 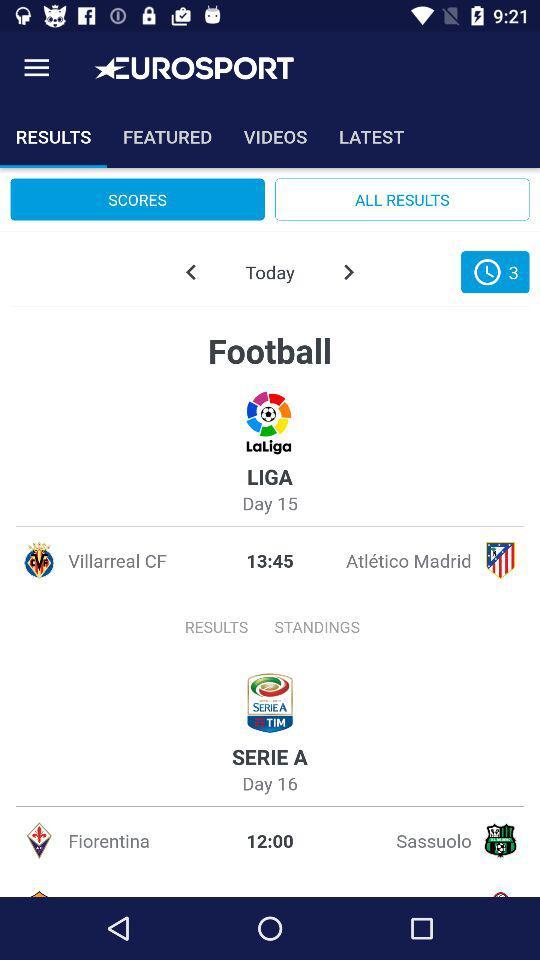 What do you see at coordinates (136, 199) in the screenshot?
I see `item next to the all results` at bounding box center [136, 199].